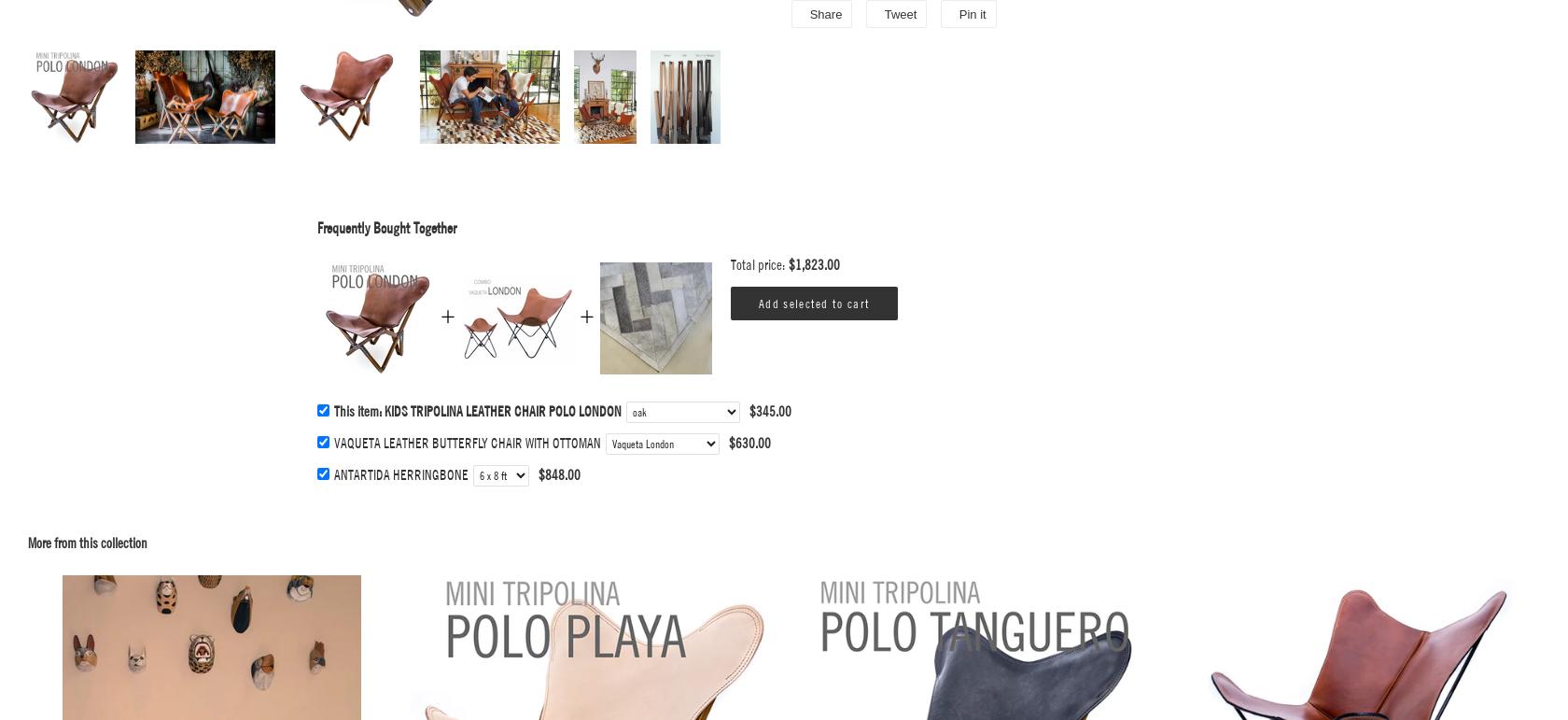 This screenshot has width=1568, height=720. Describe the element at coordinates (749, 441) in the screenshot. I see `'$630.00'` at that location.